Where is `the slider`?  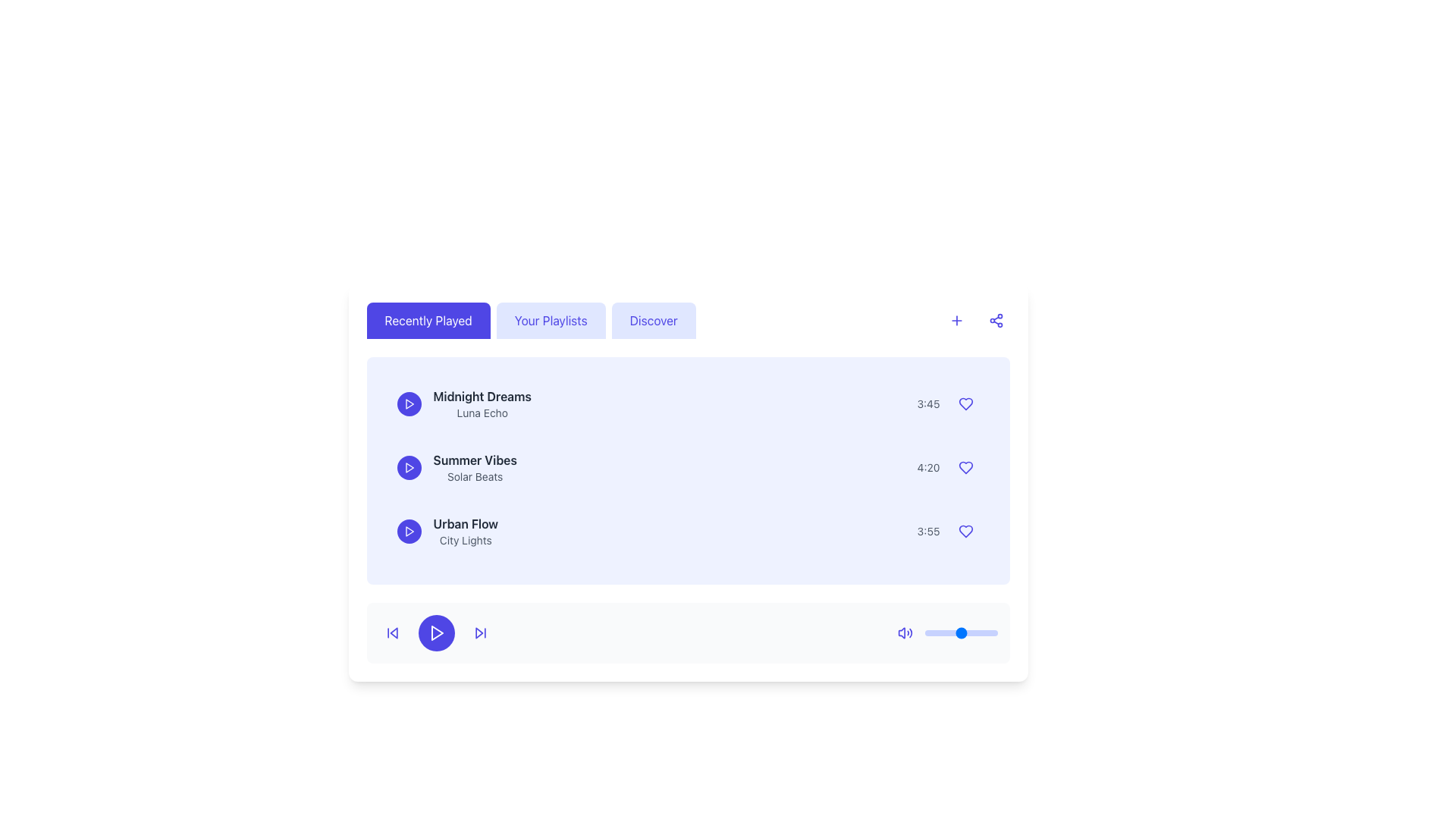 the slider is located at coordinates (957, 632).